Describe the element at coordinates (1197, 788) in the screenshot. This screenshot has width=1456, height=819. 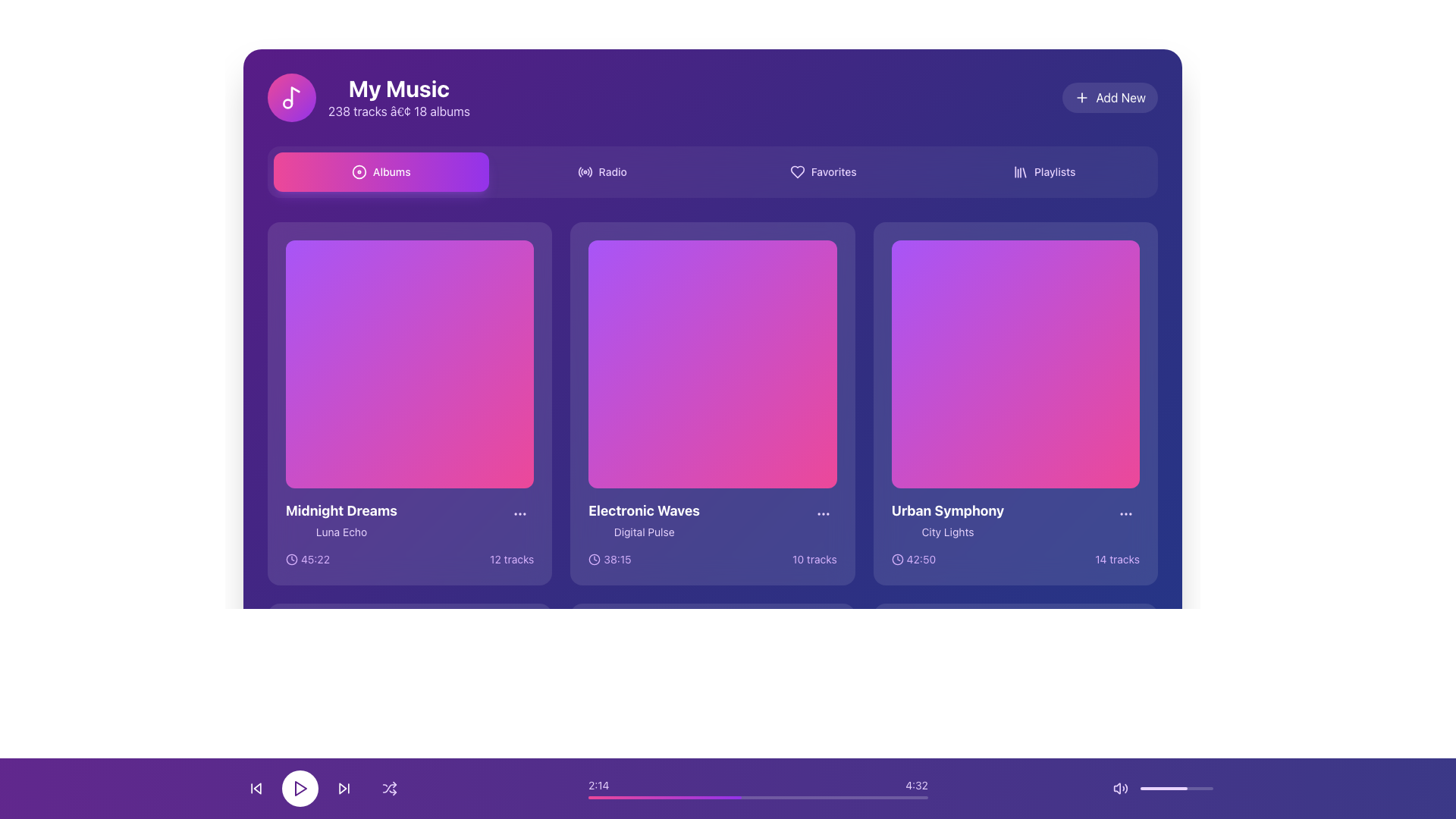
I see `the volume` at that location.